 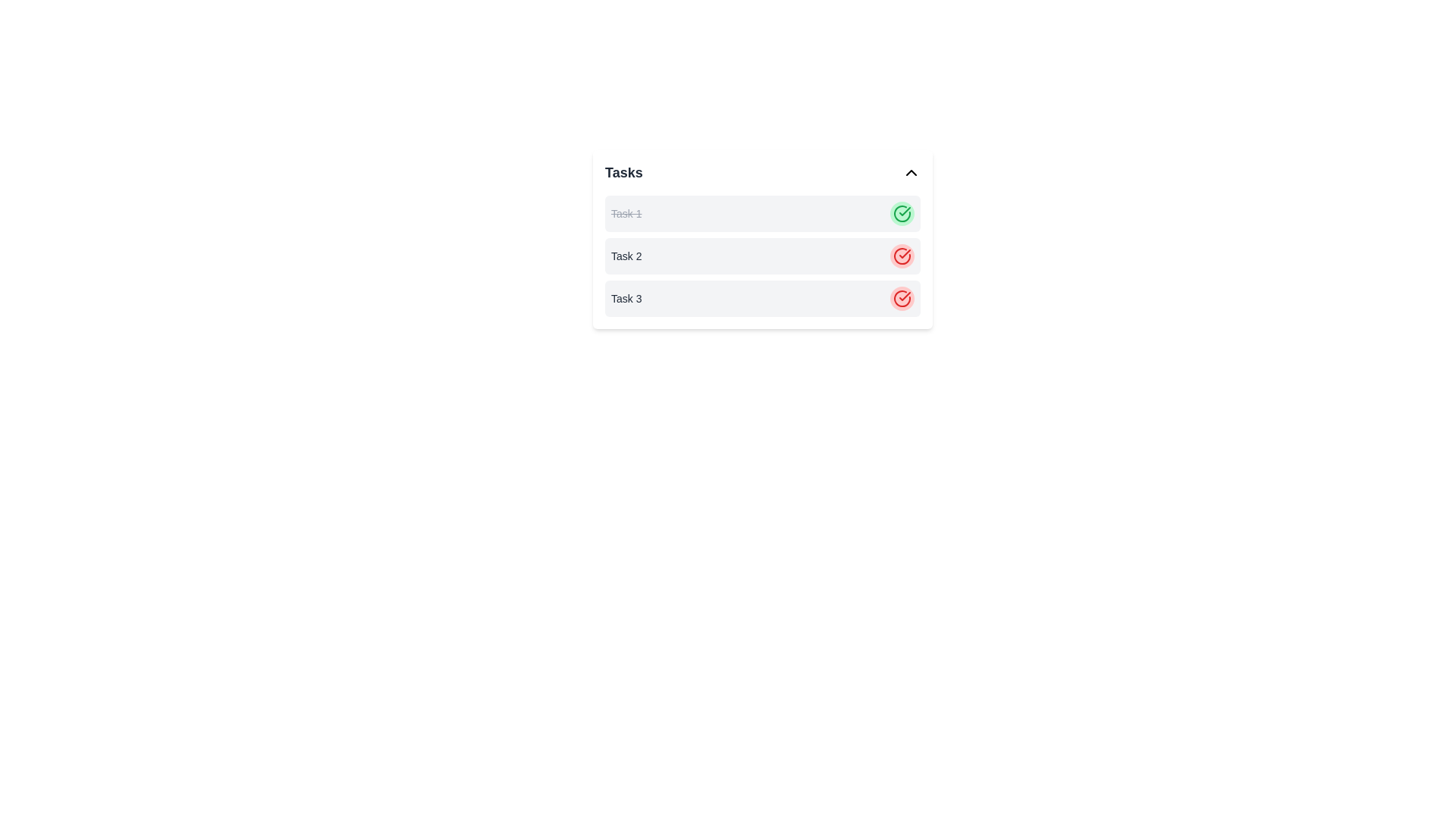 I want to click on the circular red checkmark icon located next to the second task in the task management interface, so click(x=902, y=256).